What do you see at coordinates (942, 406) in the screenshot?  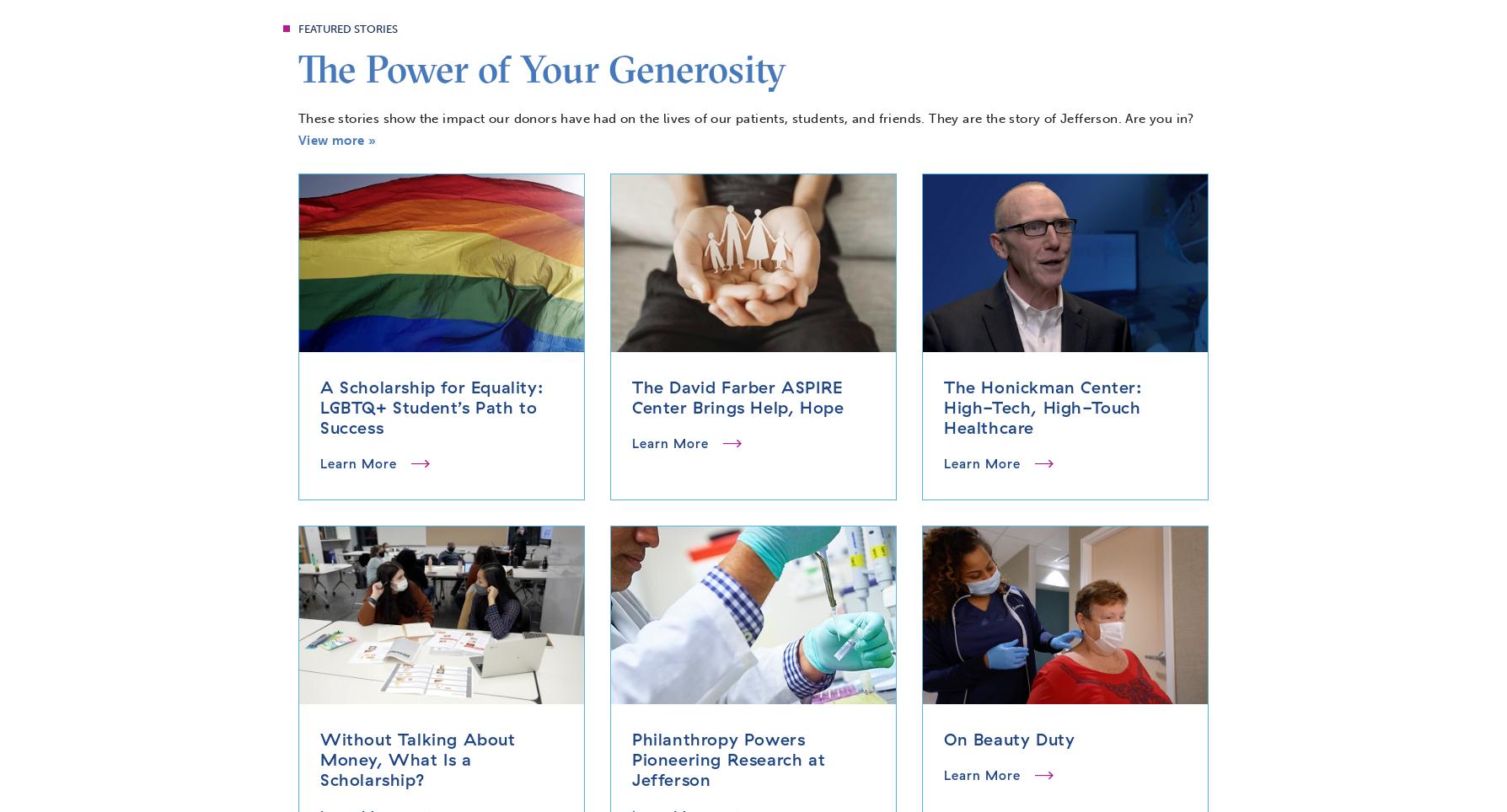 I see `'The Honickman Center: High-Tech, High-Touch Healthcare'` at bounding box center [942, 406].